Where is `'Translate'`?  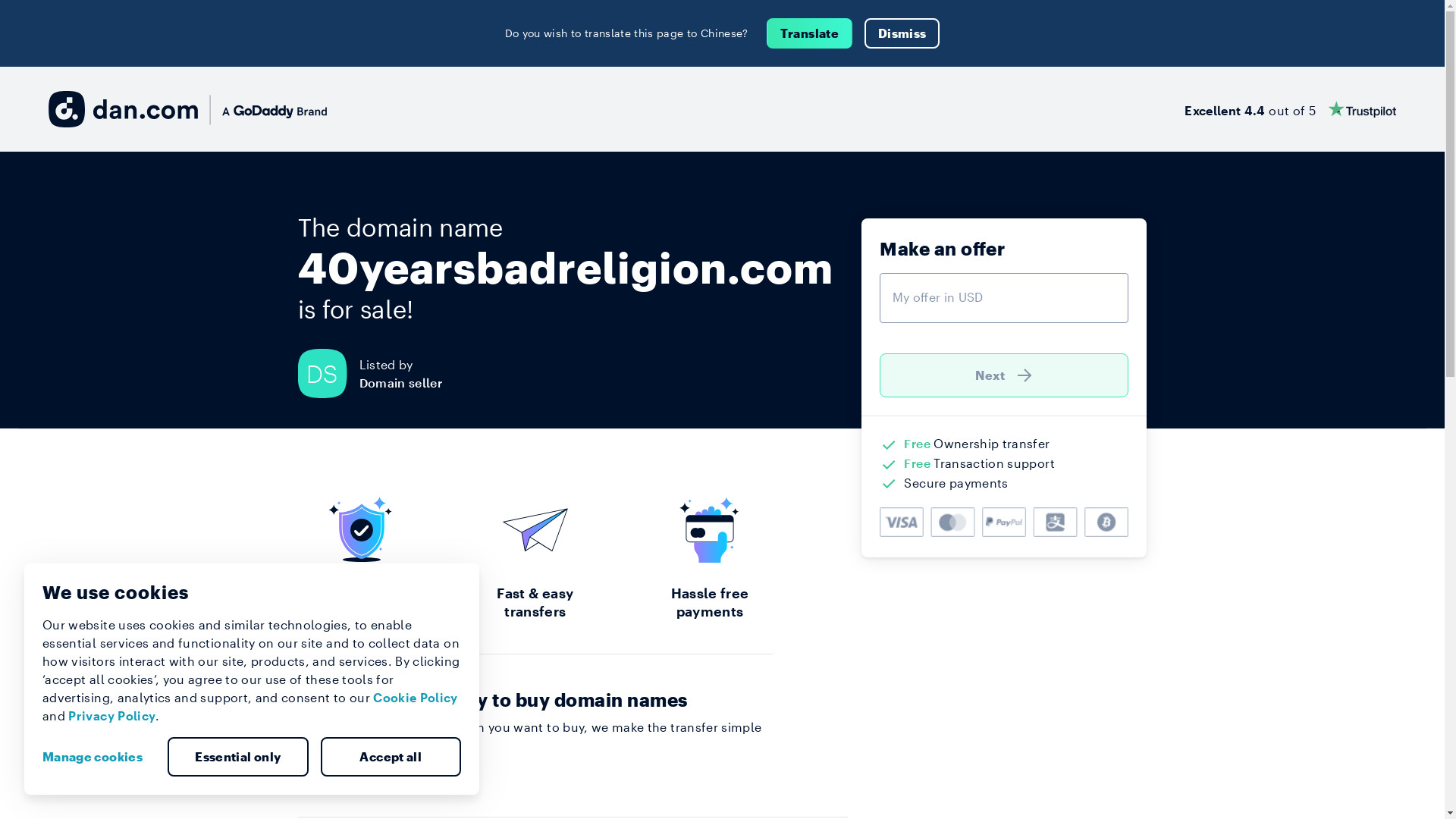 'Translate' is located at coordinates (808, 33).